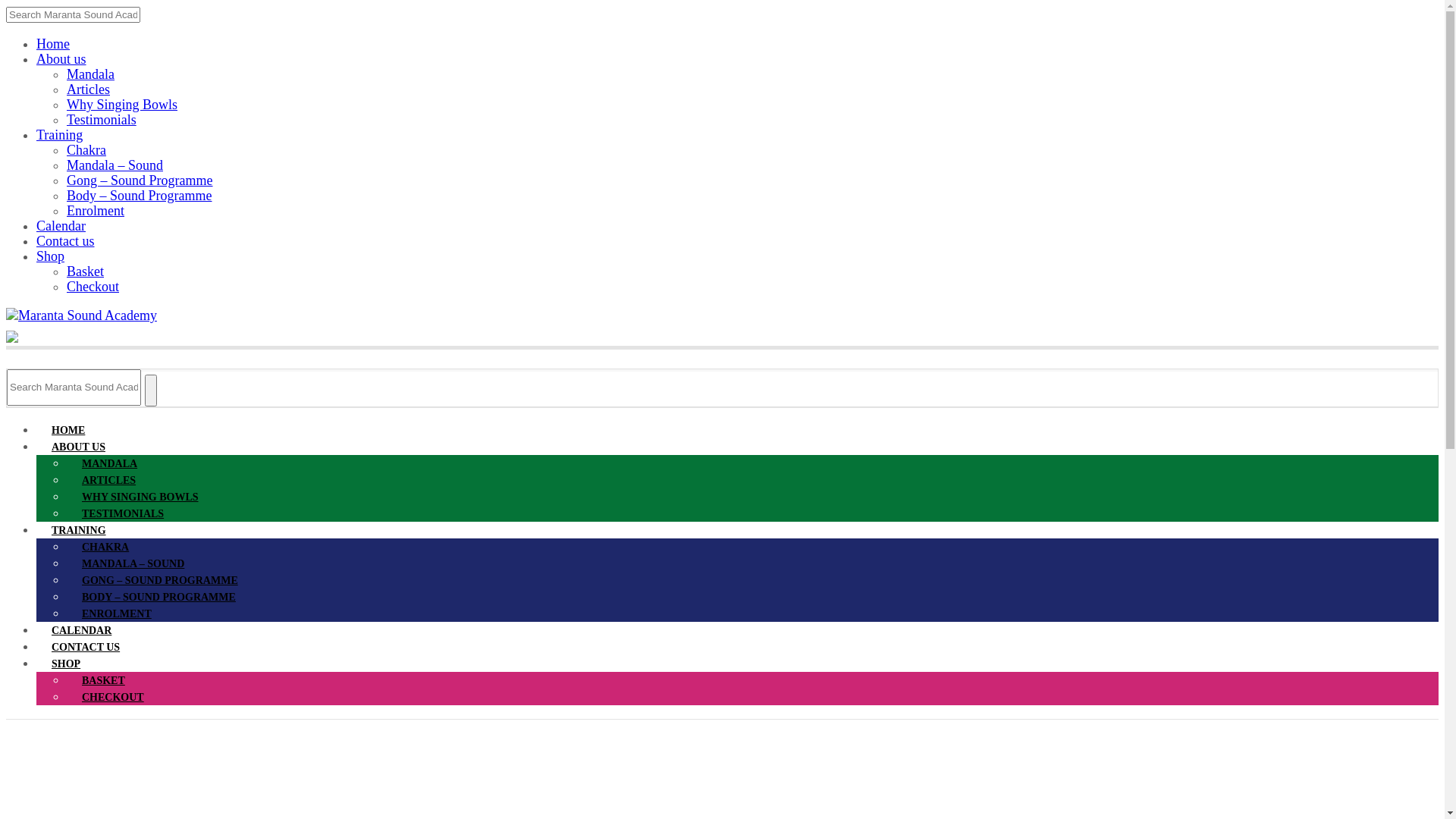 This screenshot has width=1456, height=819. What do you see at coordinates (64, 240) in the screenshot?
I see `'Contact us'` at bounding box center [64, 240].